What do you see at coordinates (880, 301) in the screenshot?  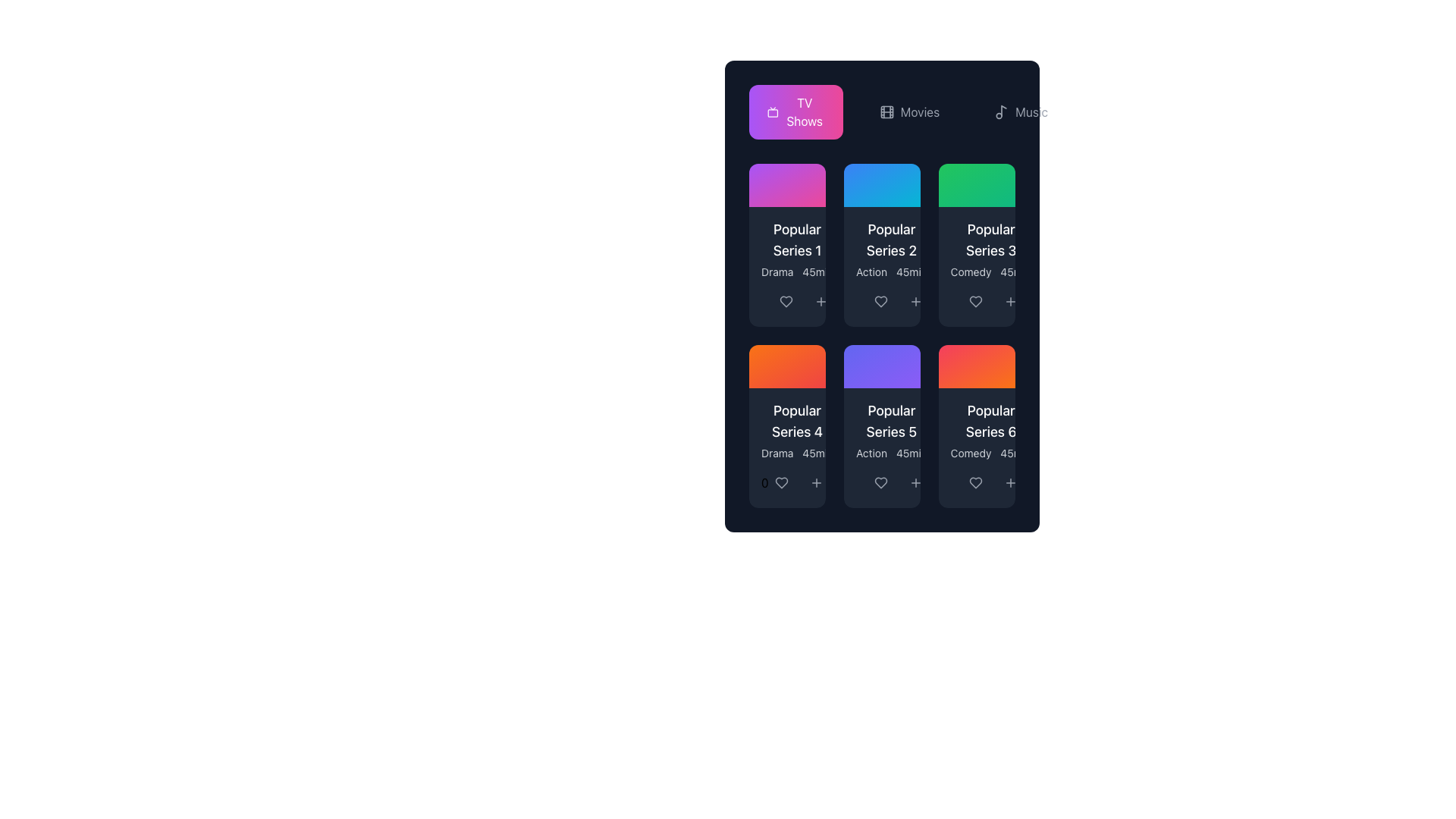 I see `the leftmost icon button in the bottom section of the 'Popular Series 2' card to favorite the item` at bounding box center [880, 301].